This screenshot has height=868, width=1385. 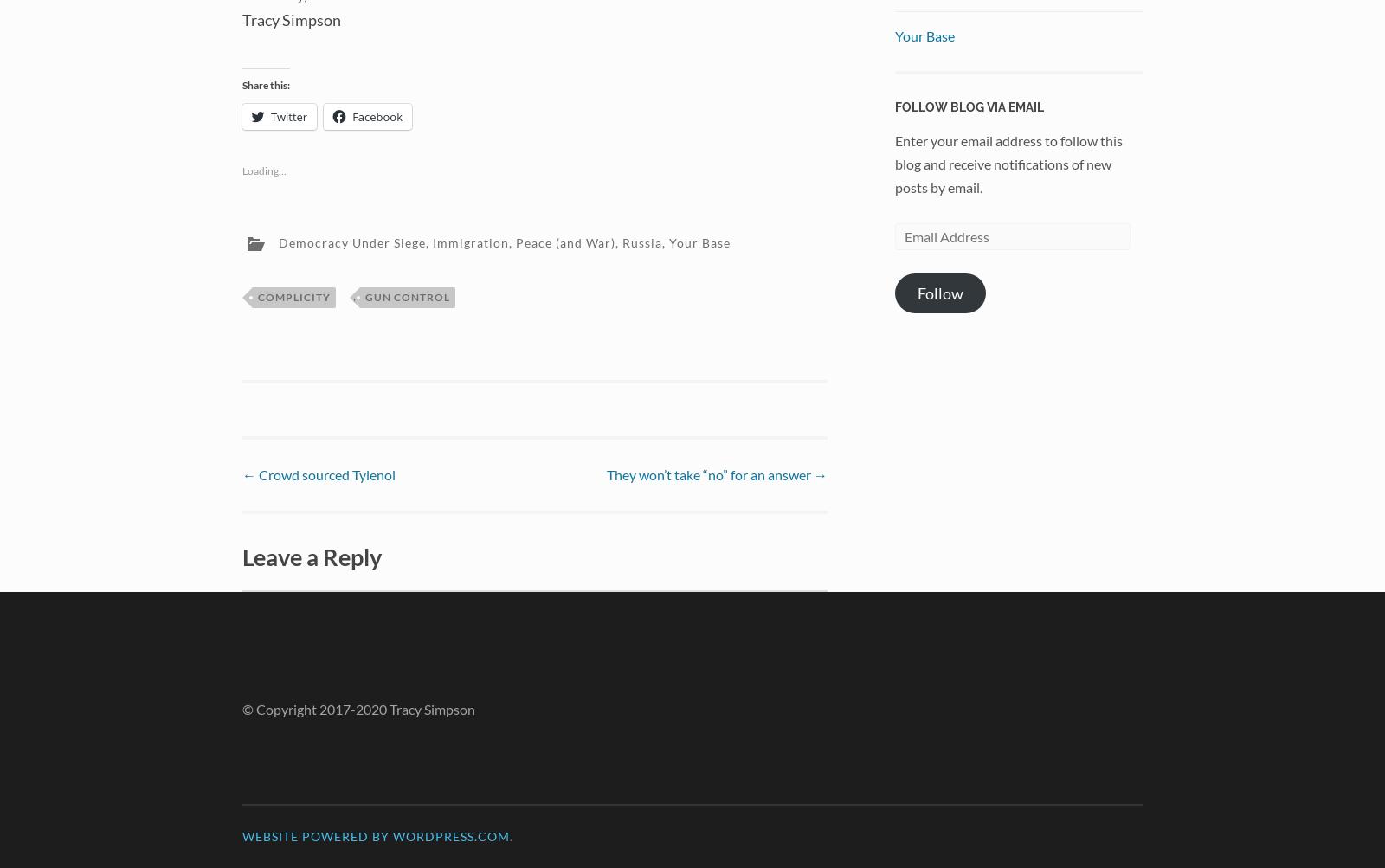 What do you see at coordinates (264, 169) in the screenshot?
I see `'Loading...'` at bounding box center [264, 169].